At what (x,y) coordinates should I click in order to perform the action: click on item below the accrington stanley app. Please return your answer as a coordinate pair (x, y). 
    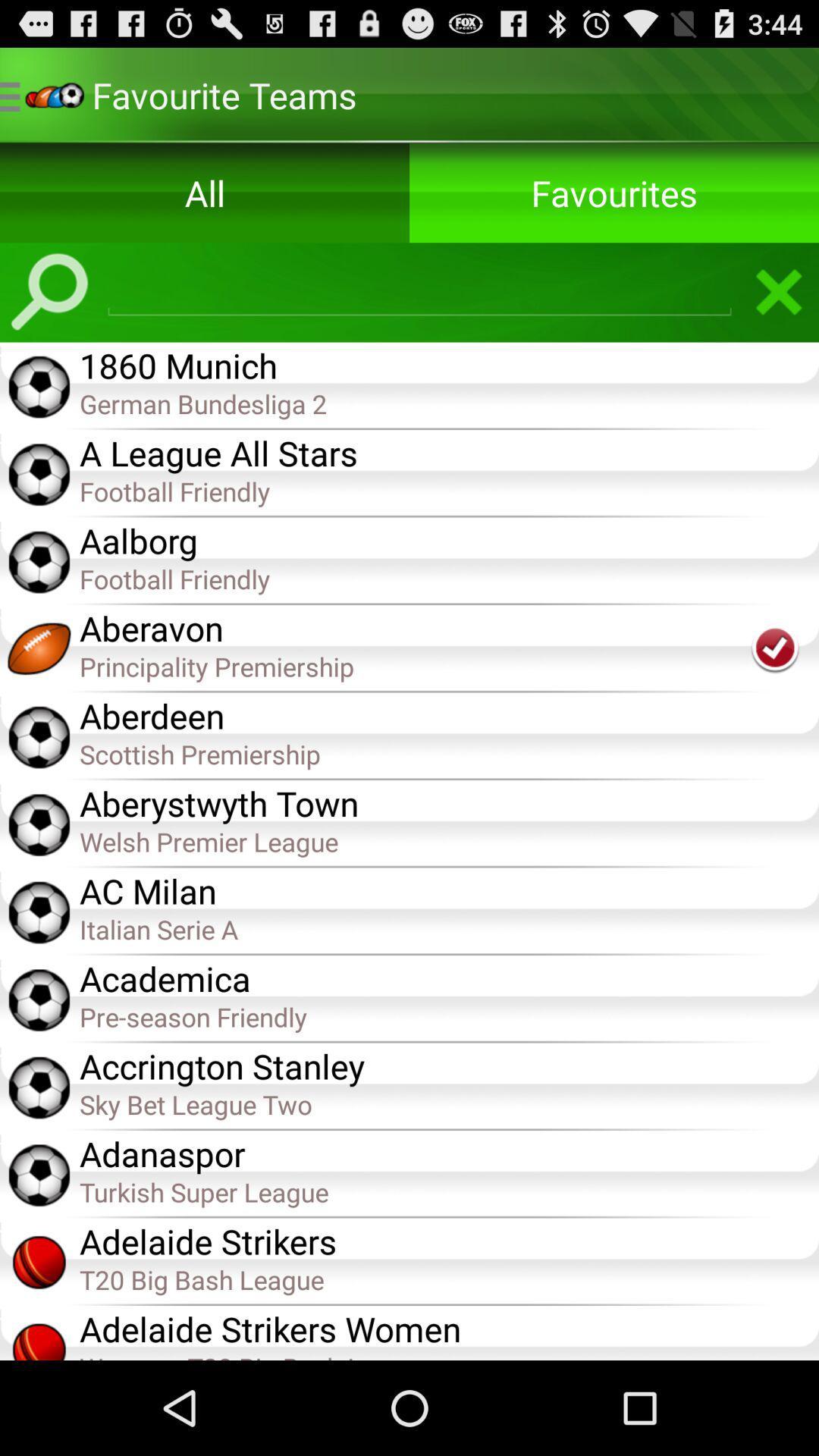
    Looking at the image, I should click on (448, 1103).